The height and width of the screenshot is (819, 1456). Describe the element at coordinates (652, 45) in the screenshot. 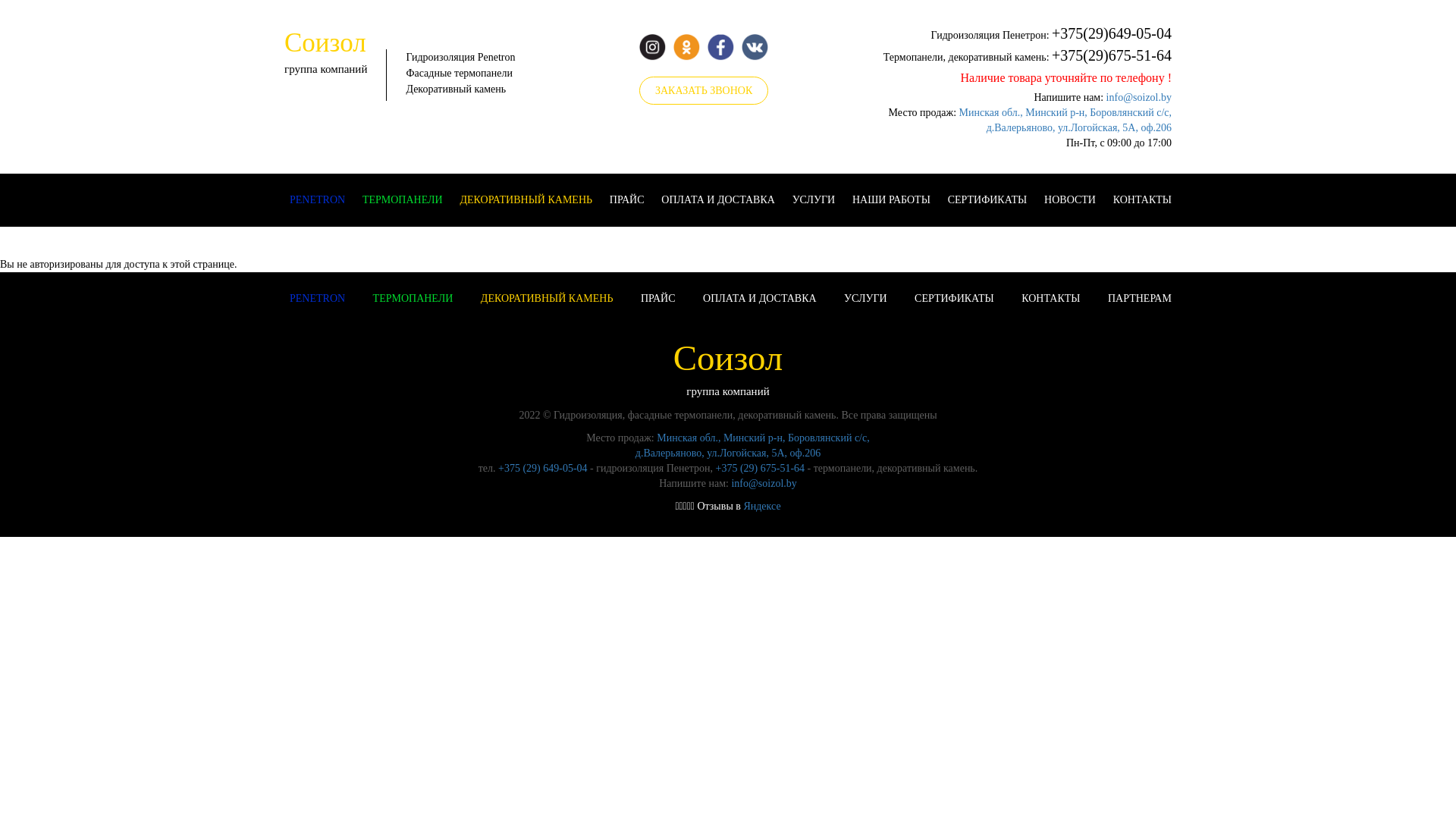

I see `'Instagram'` at that location.